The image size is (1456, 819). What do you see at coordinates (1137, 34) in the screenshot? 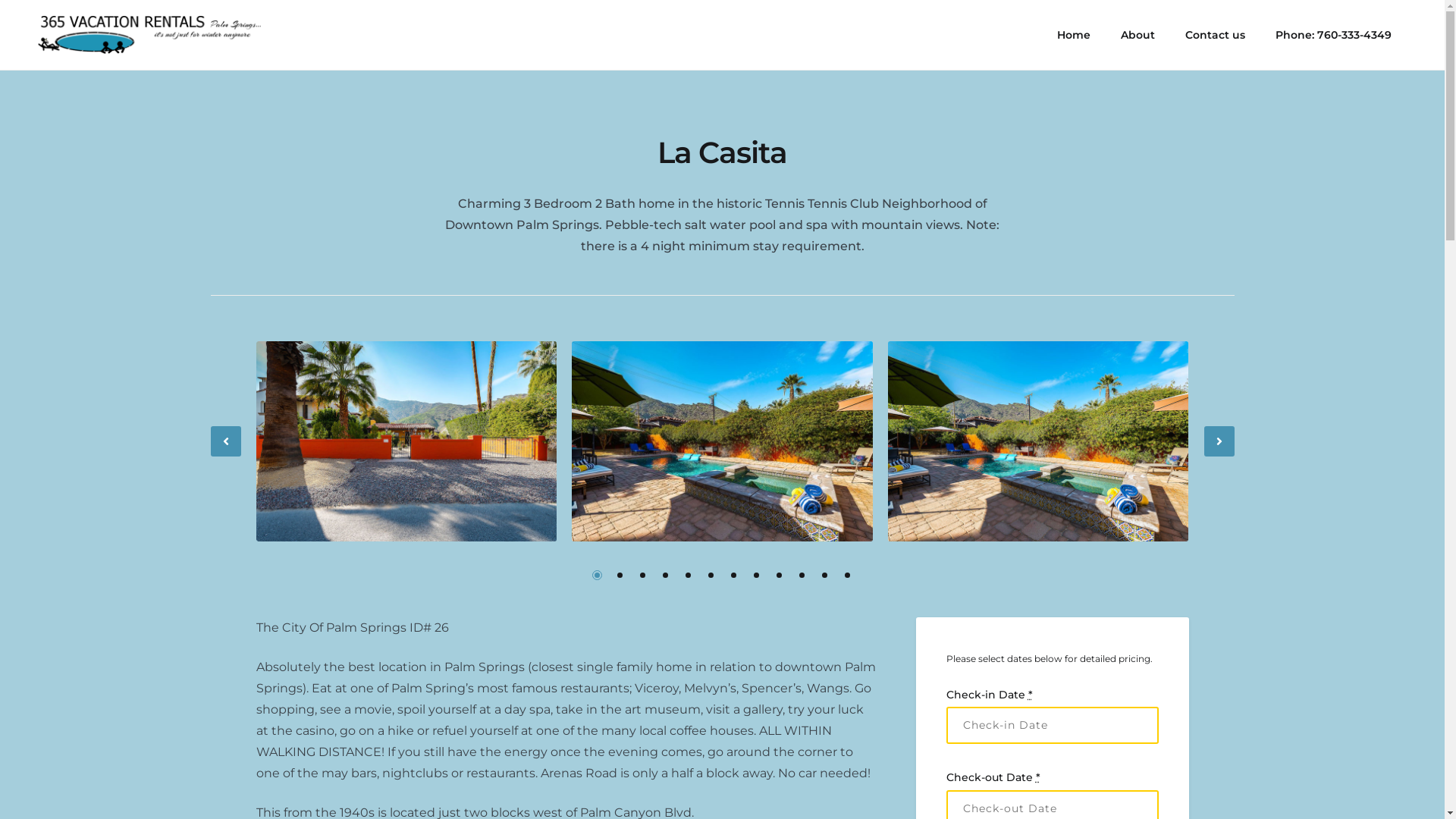
I see `'About'` at bounding box center [1137, 34].